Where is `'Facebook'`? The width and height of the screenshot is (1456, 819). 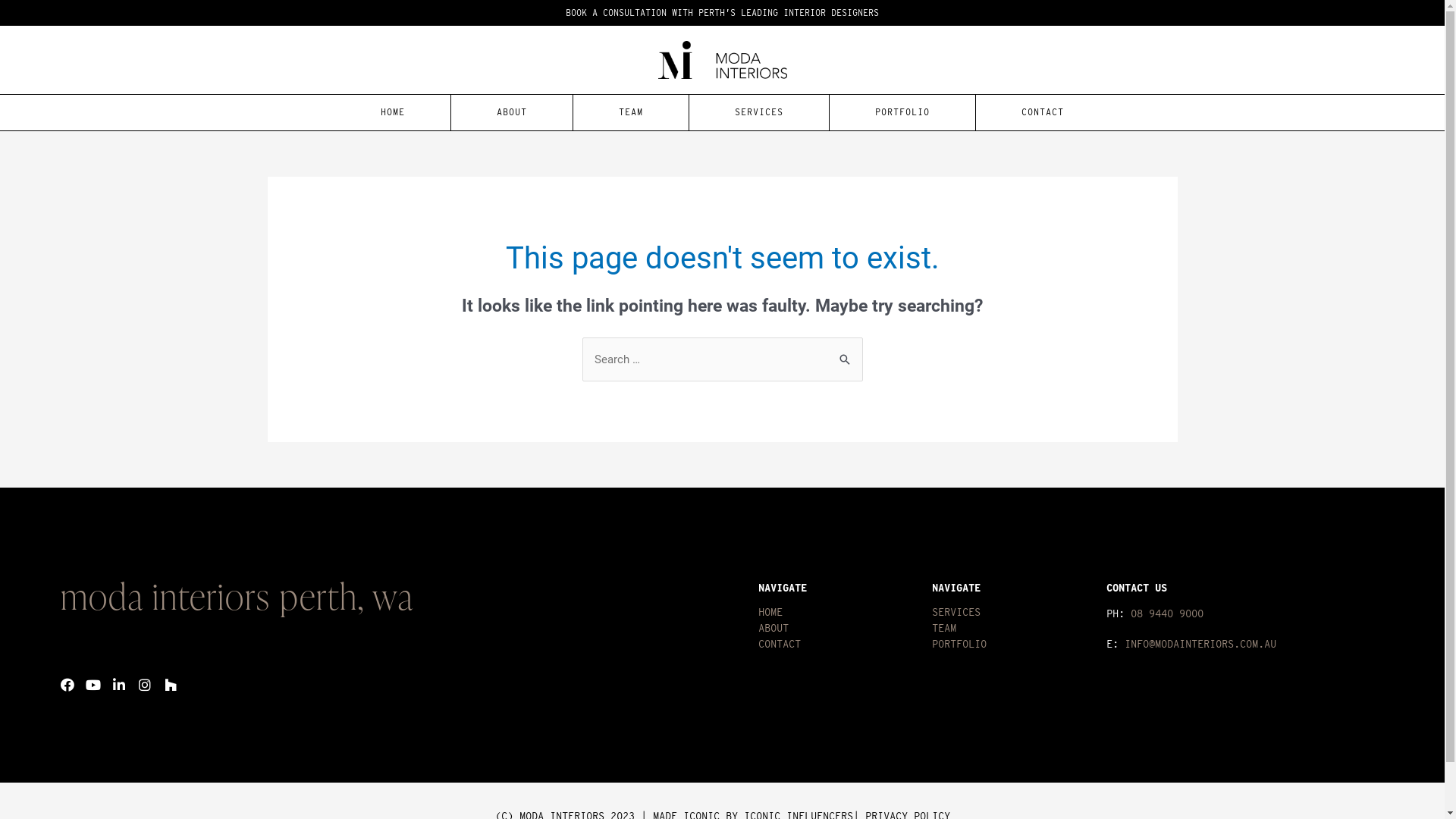 'Facebook' is located at coordinates (67, 684).